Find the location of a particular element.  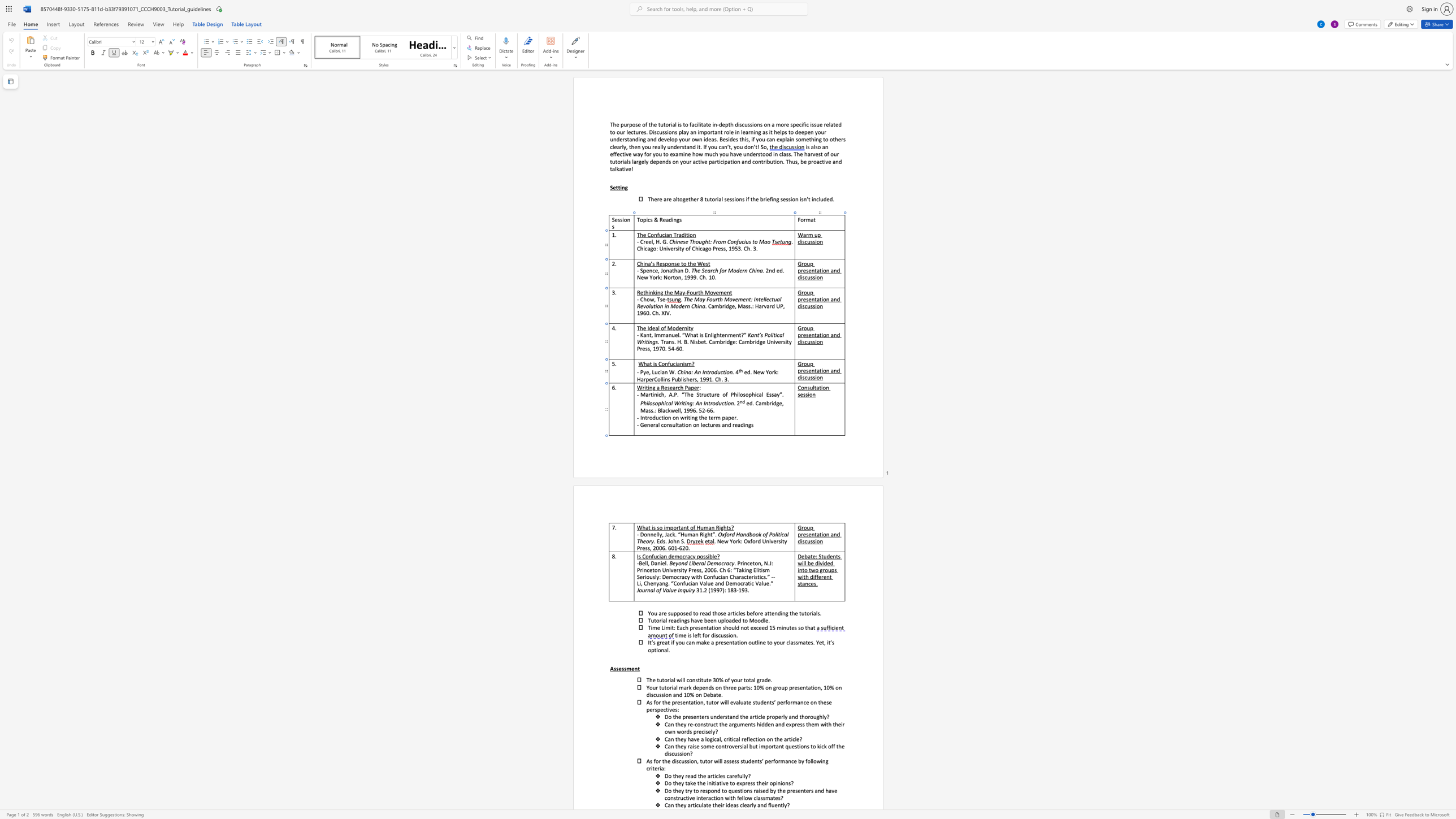

the 3th character "c" in the text is located at coordinates (757, 394).